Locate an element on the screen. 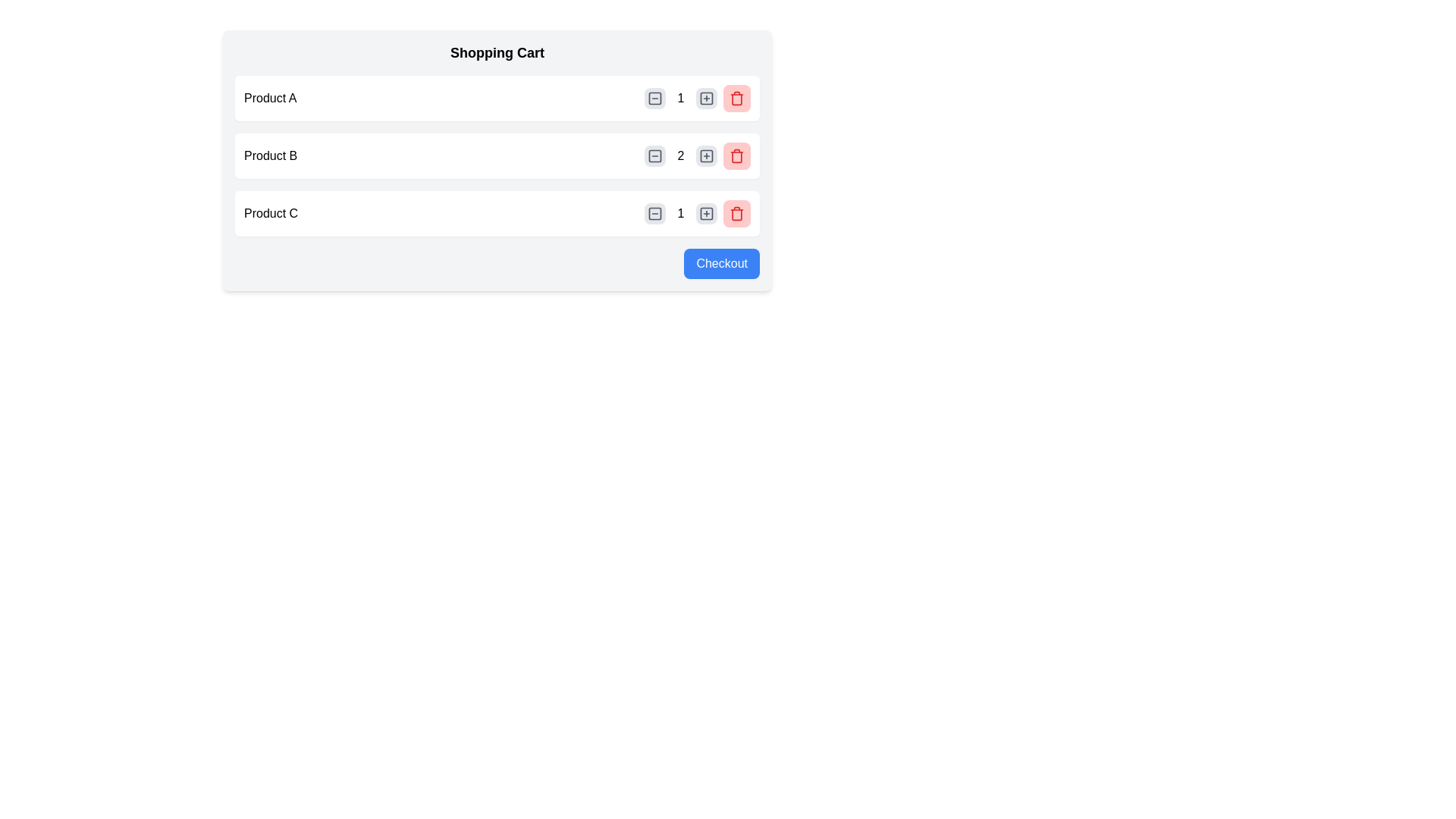  the icon button that reduces the quantity of 'Product C' in the cart is located at coordinates (655, 213).